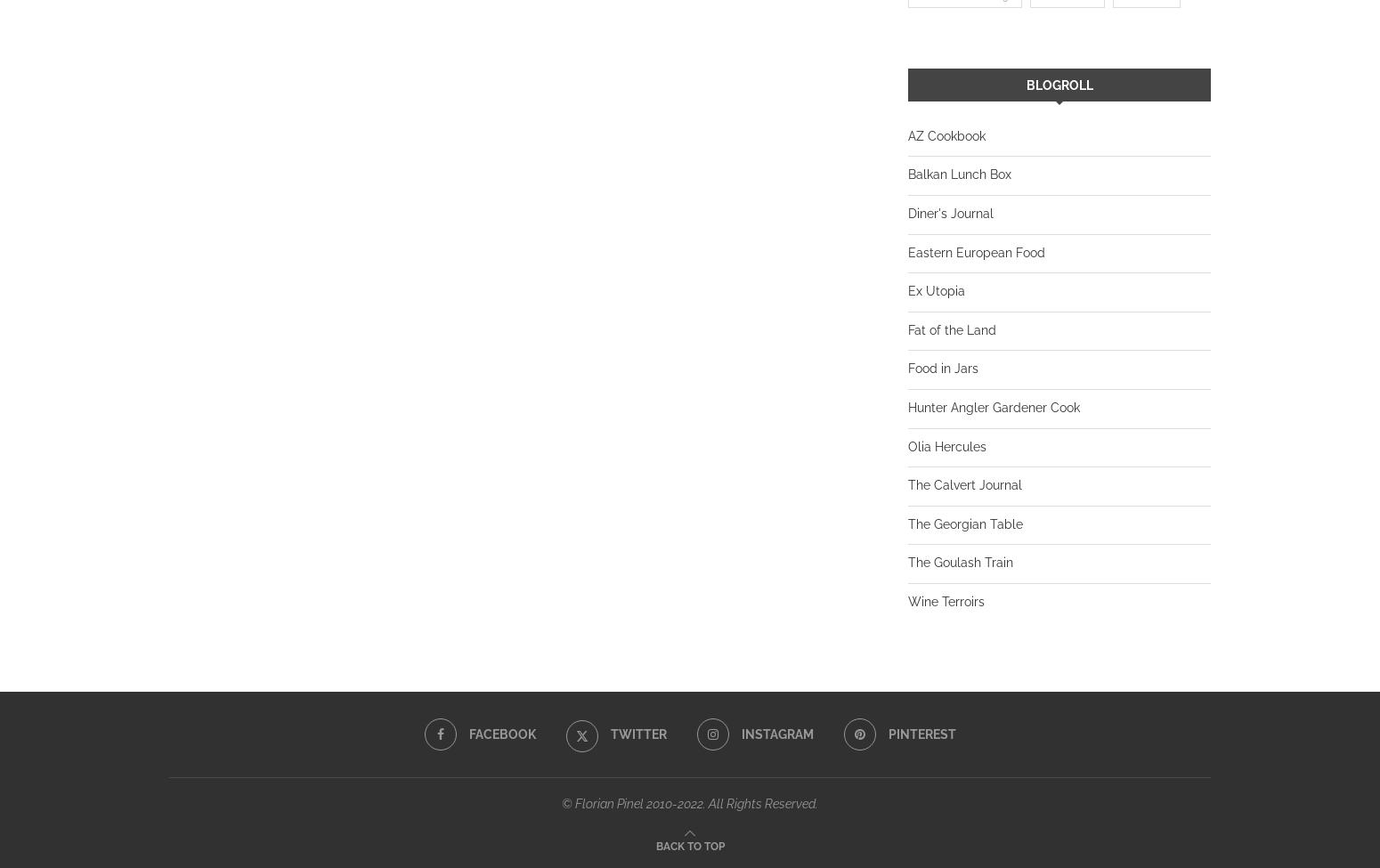 This screenshot has width=1380, height=868. What do you see at coordinates (960, 562) in the screenshot?
I see `'The Goulash Train'` at bounding box center [960, 562].